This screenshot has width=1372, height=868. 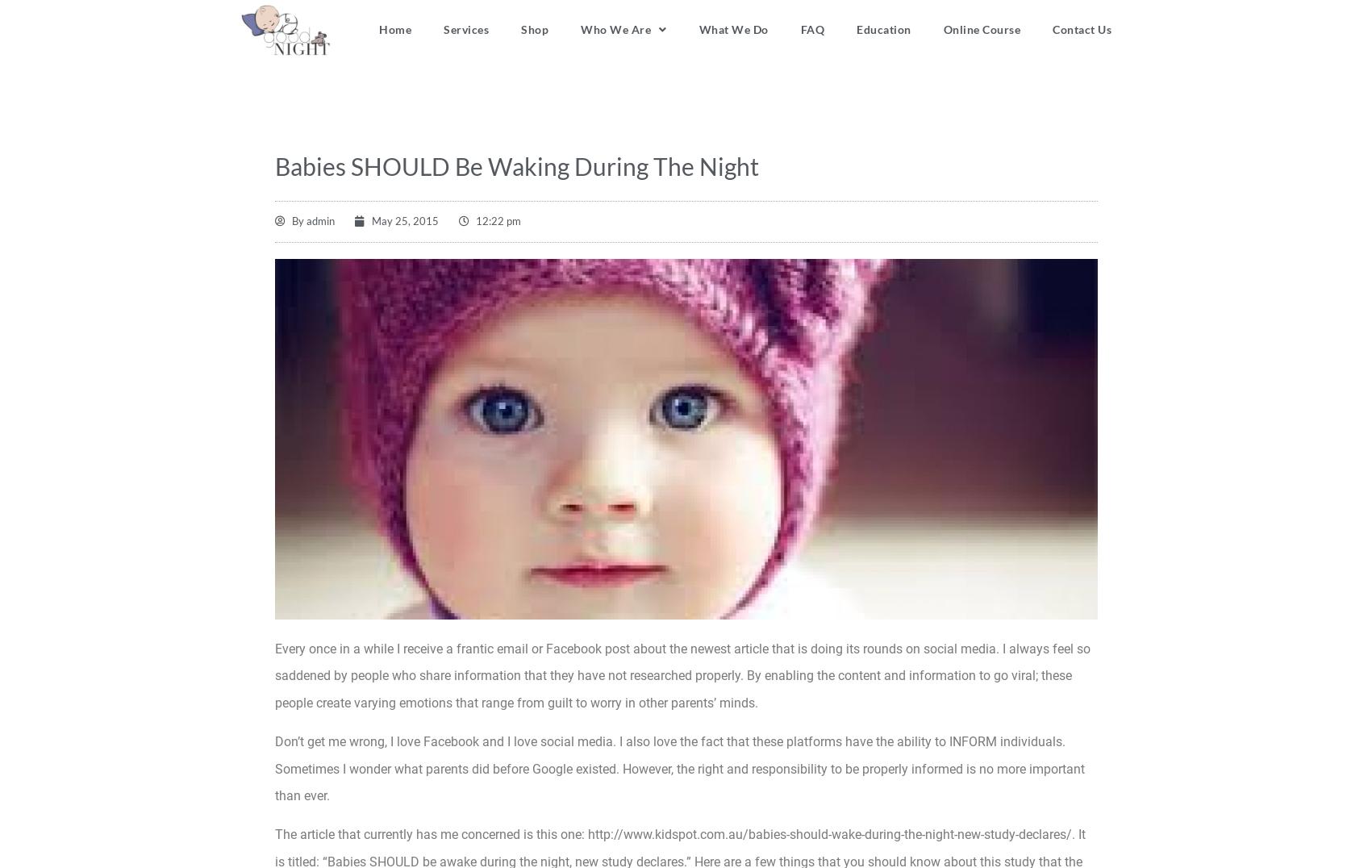 I want to click on 'Babies SHOULD Be Waking During The Night', so click(x=274, y=165).